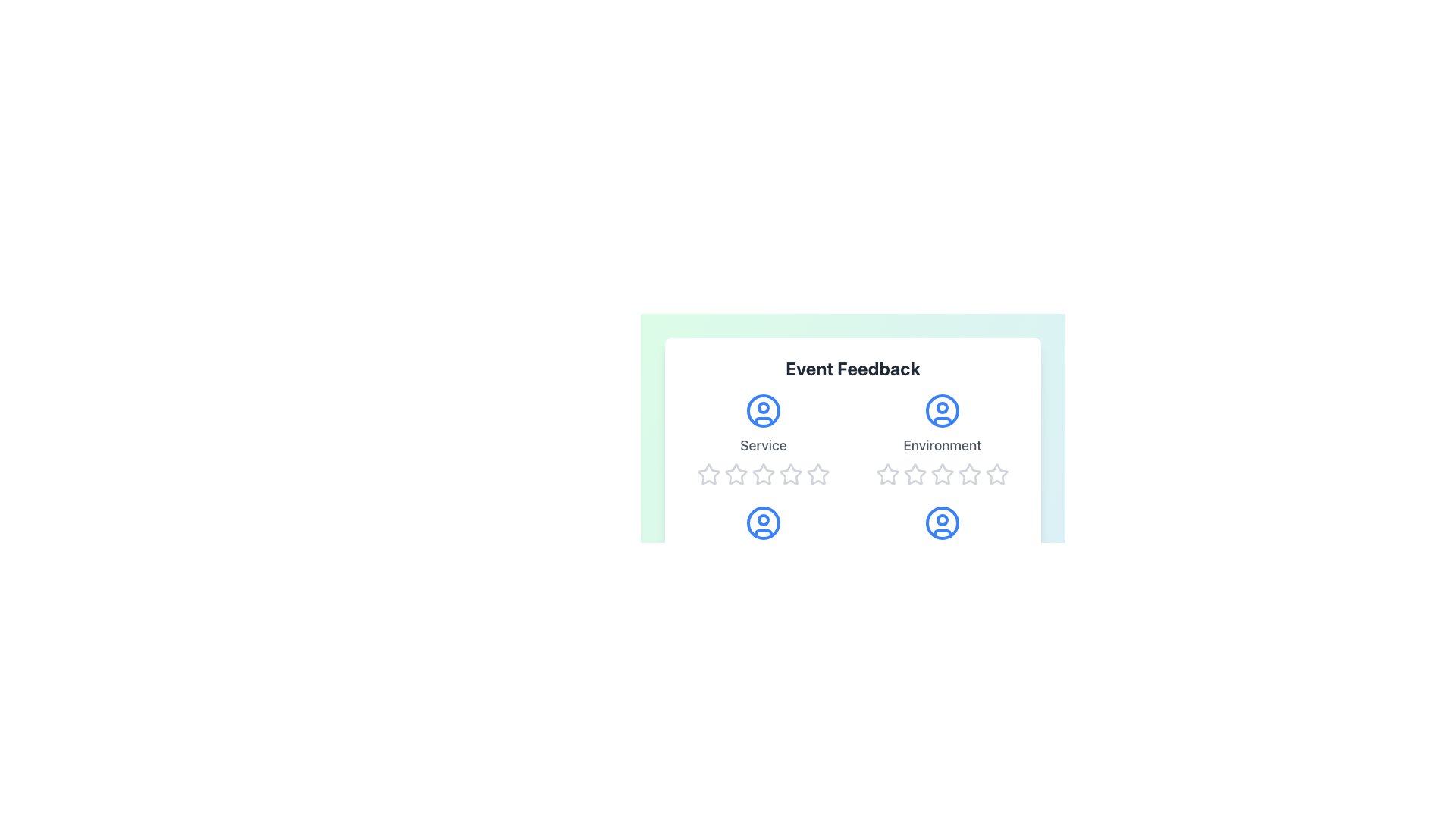  What do you see at coordinates (968, 473) in the screenshot?
I see `the fifth star-shaped icon in the rating mechanism under the 'Environment' label` at bounding box center [968, 473].